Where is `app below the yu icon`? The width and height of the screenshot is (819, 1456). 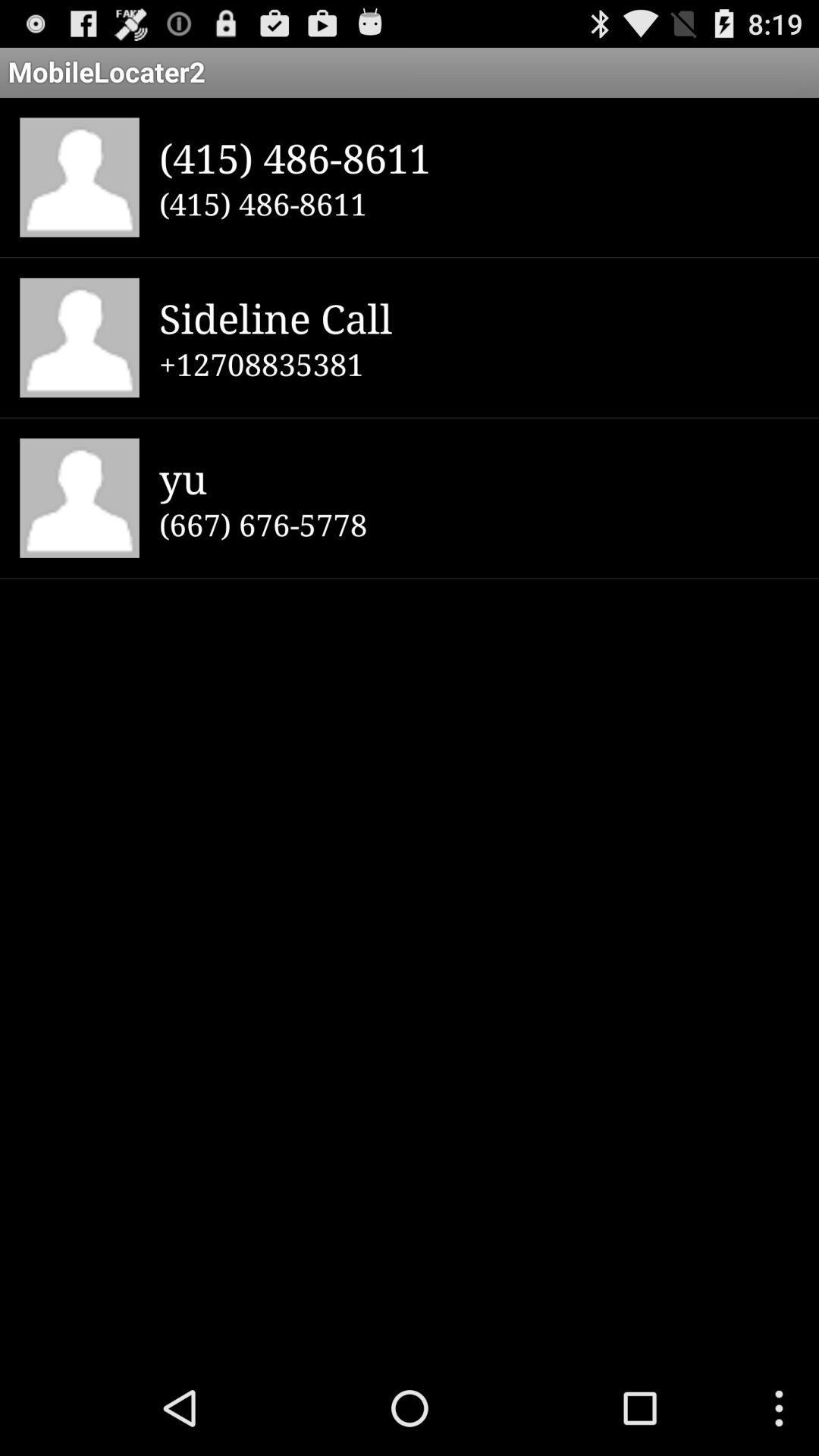 app below the yu icon is located at coordinates (479, 524).